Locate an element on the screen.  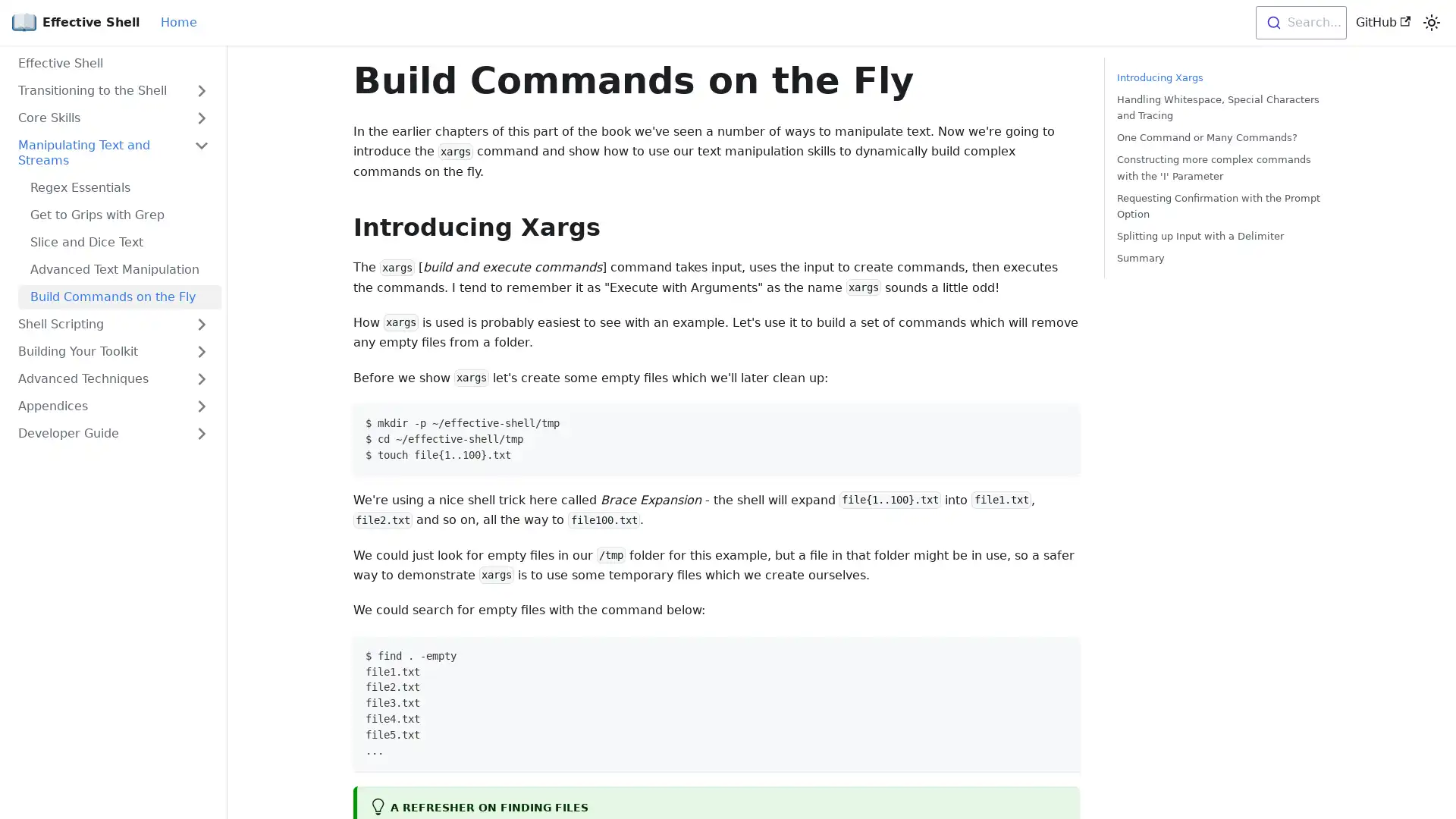
Toggle the collapsible sidebar category 'Core Skills' is located at coordinates (200, 117).